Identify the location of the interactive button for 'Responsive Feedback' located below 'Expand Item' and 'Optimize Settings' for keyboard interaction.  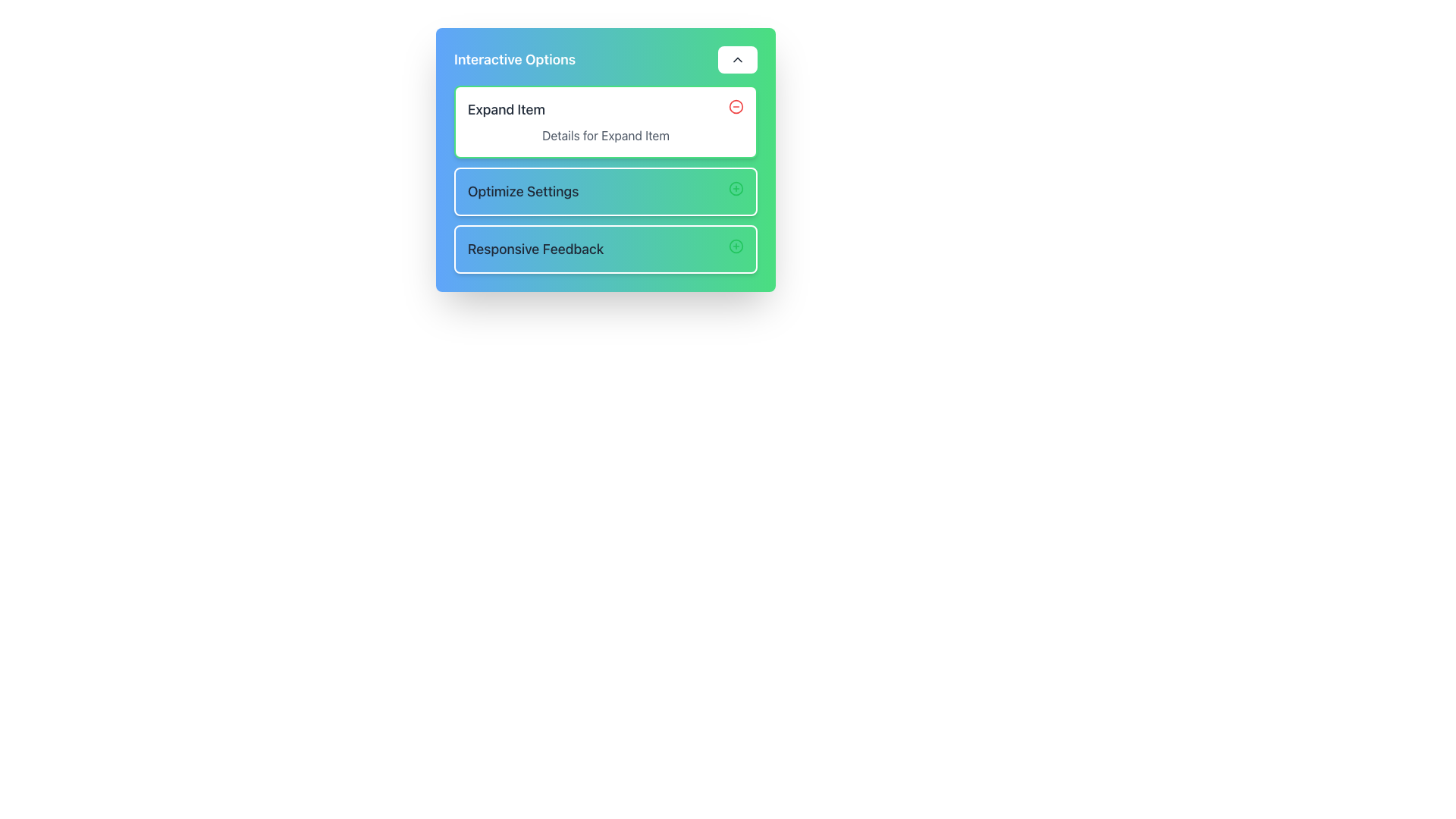
(604, 248).